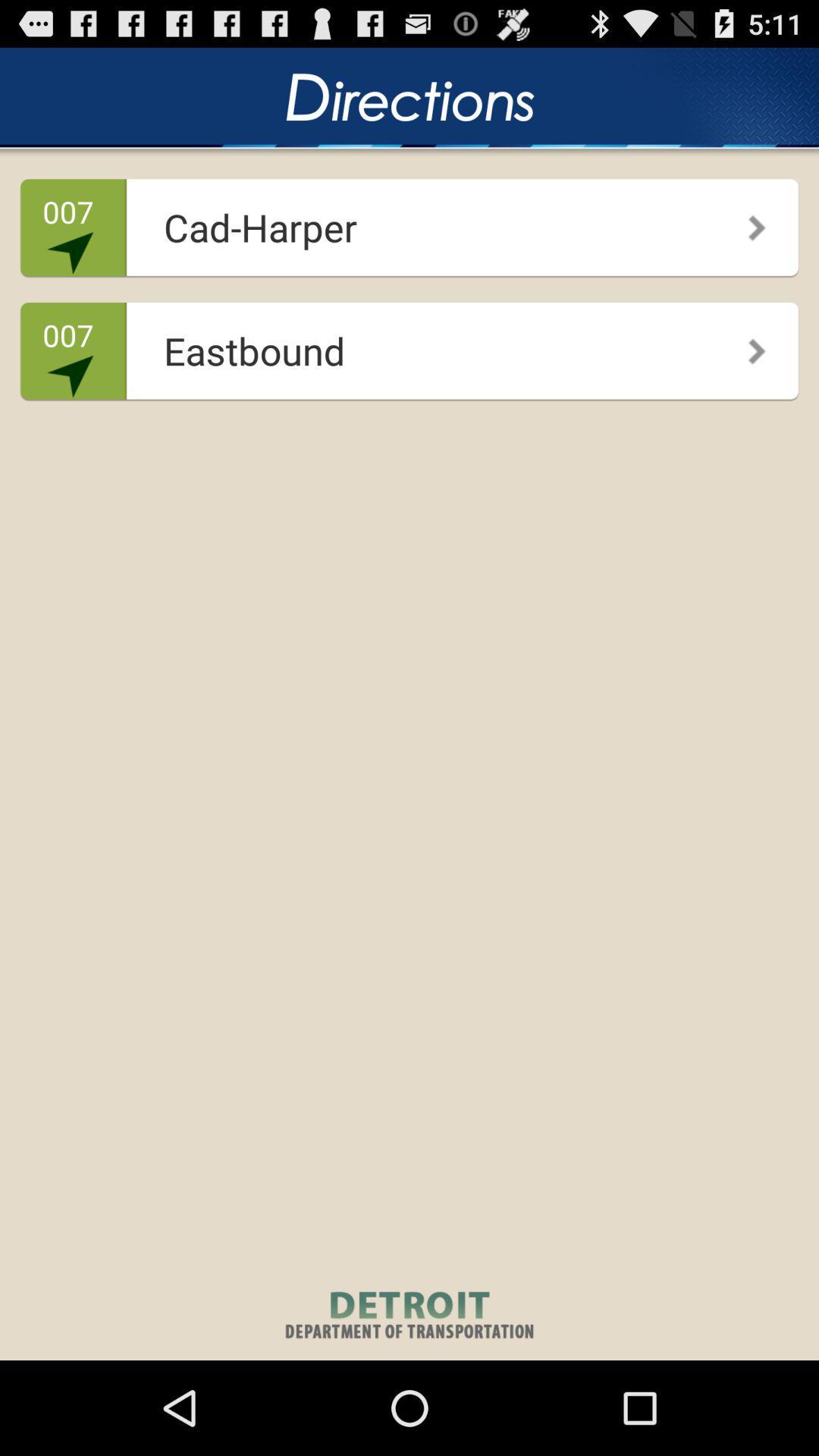  Describe the element at coordinates (404, 345) in the screenshot. I see `the icon to the right of the 007 icon` at that location.